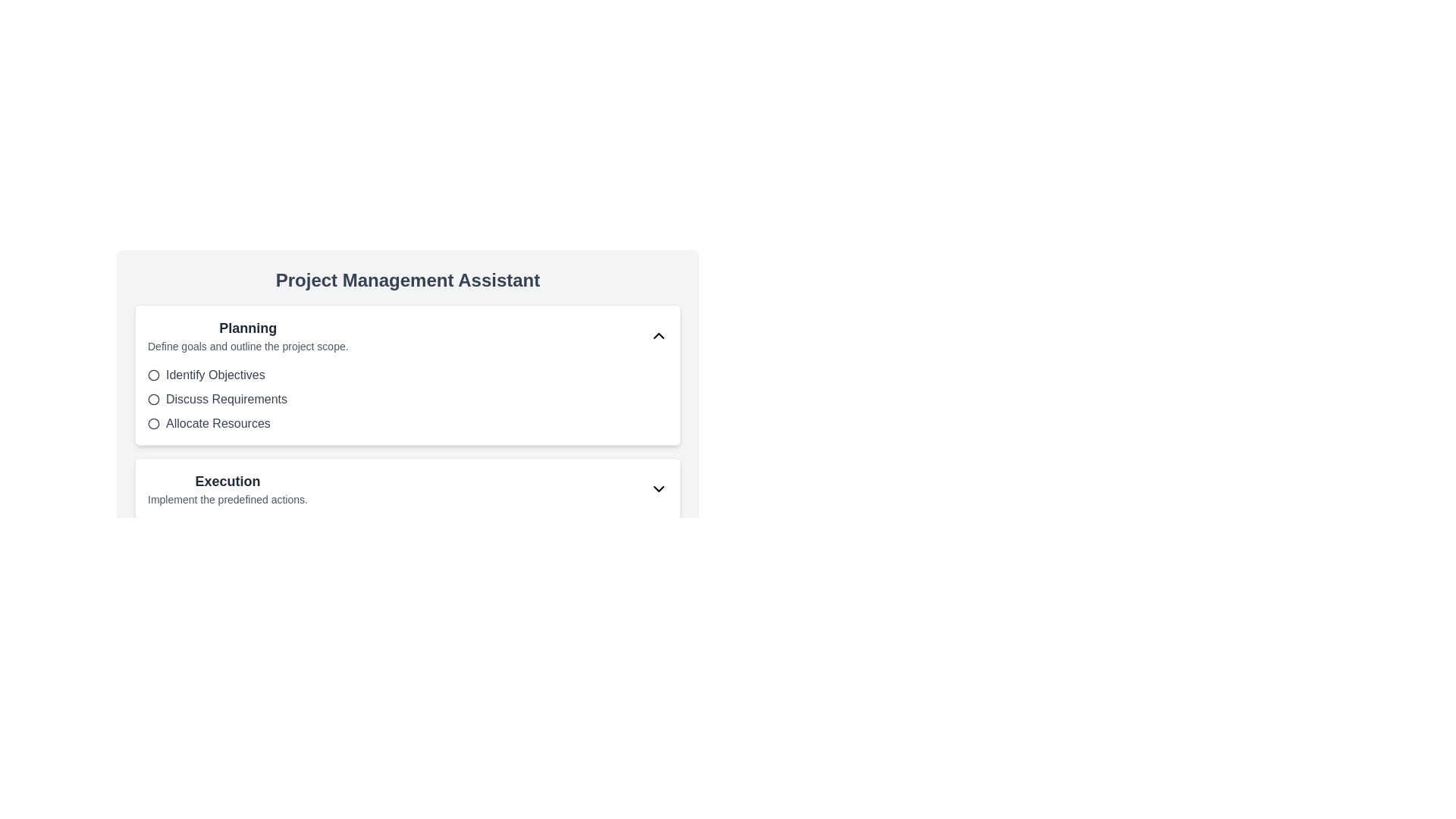 This screenshot has width=1456, height=819. What do you see at coordinates (407, 375) in the screenshot?
I see `the first task item labeled 'Identify Objectives' in the 'Planning' section` at bounding box center [407, 375].